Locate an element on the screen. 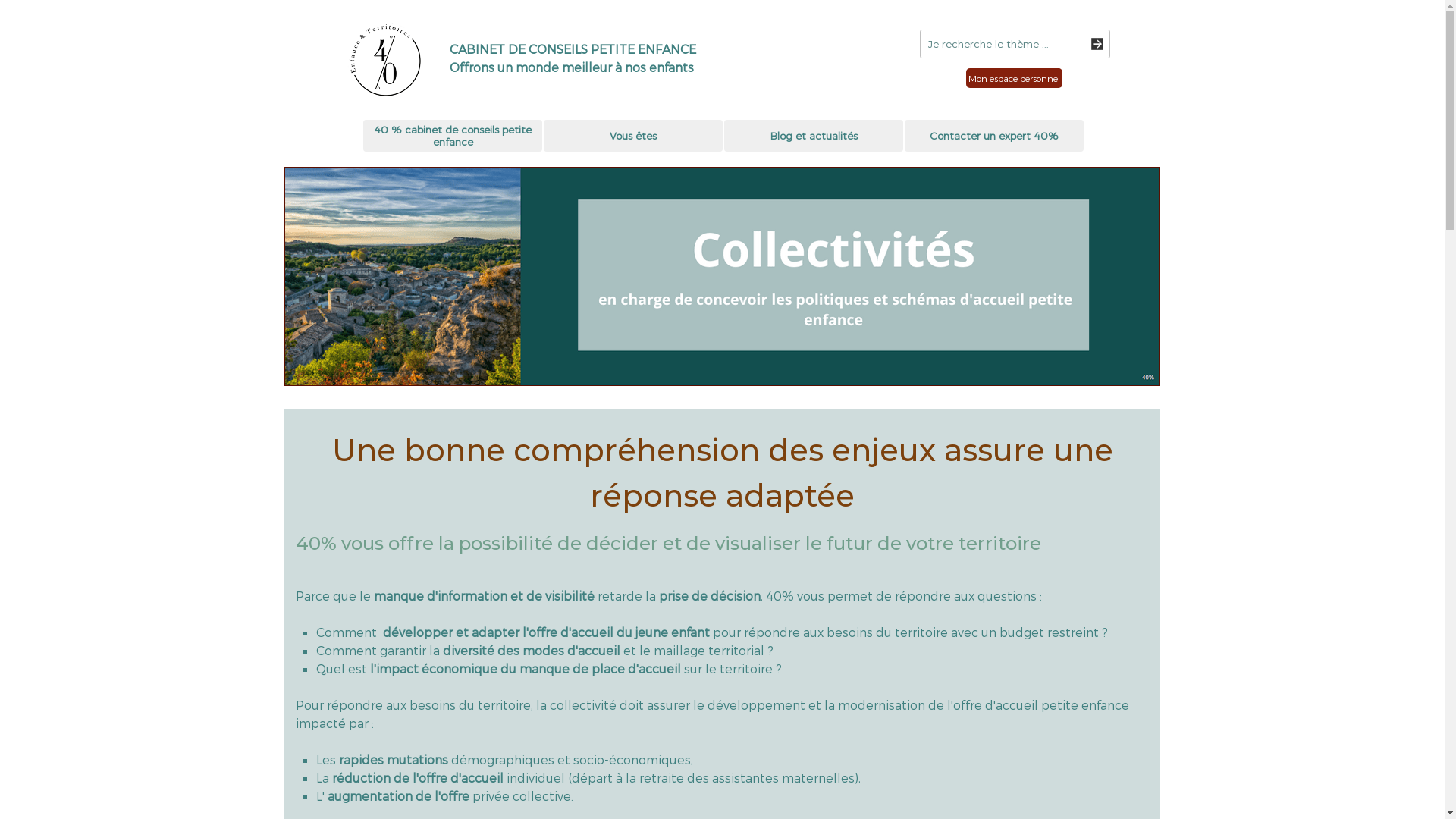 Image resolution: width=1456 pixels, height=819 pixels. '40 % cabinet de conseils petite enfance' is located at coordinates (362, 134).